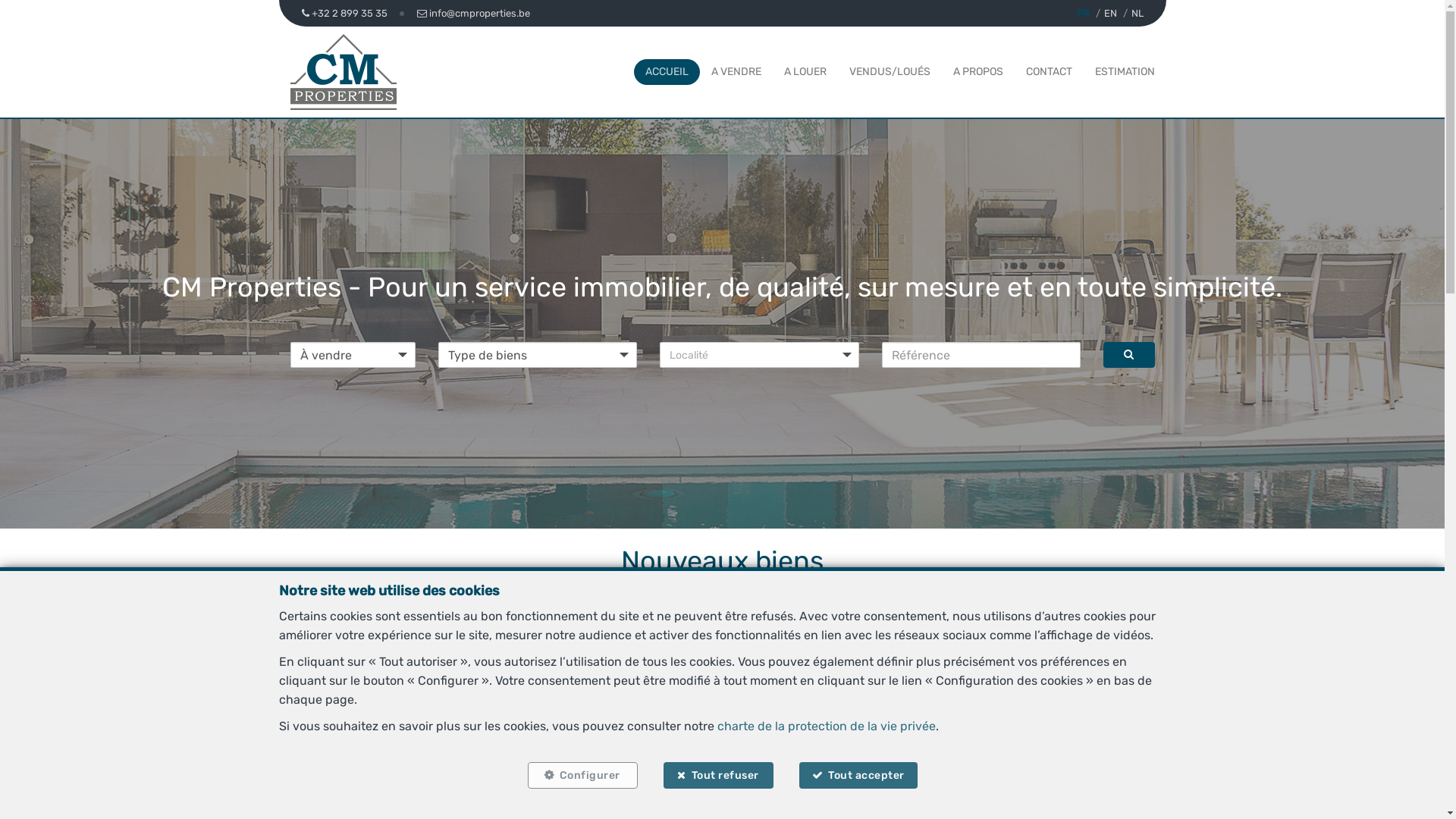 The image size is (1456, 819). I want to click on 'A PROPOS', so click(977, 71).